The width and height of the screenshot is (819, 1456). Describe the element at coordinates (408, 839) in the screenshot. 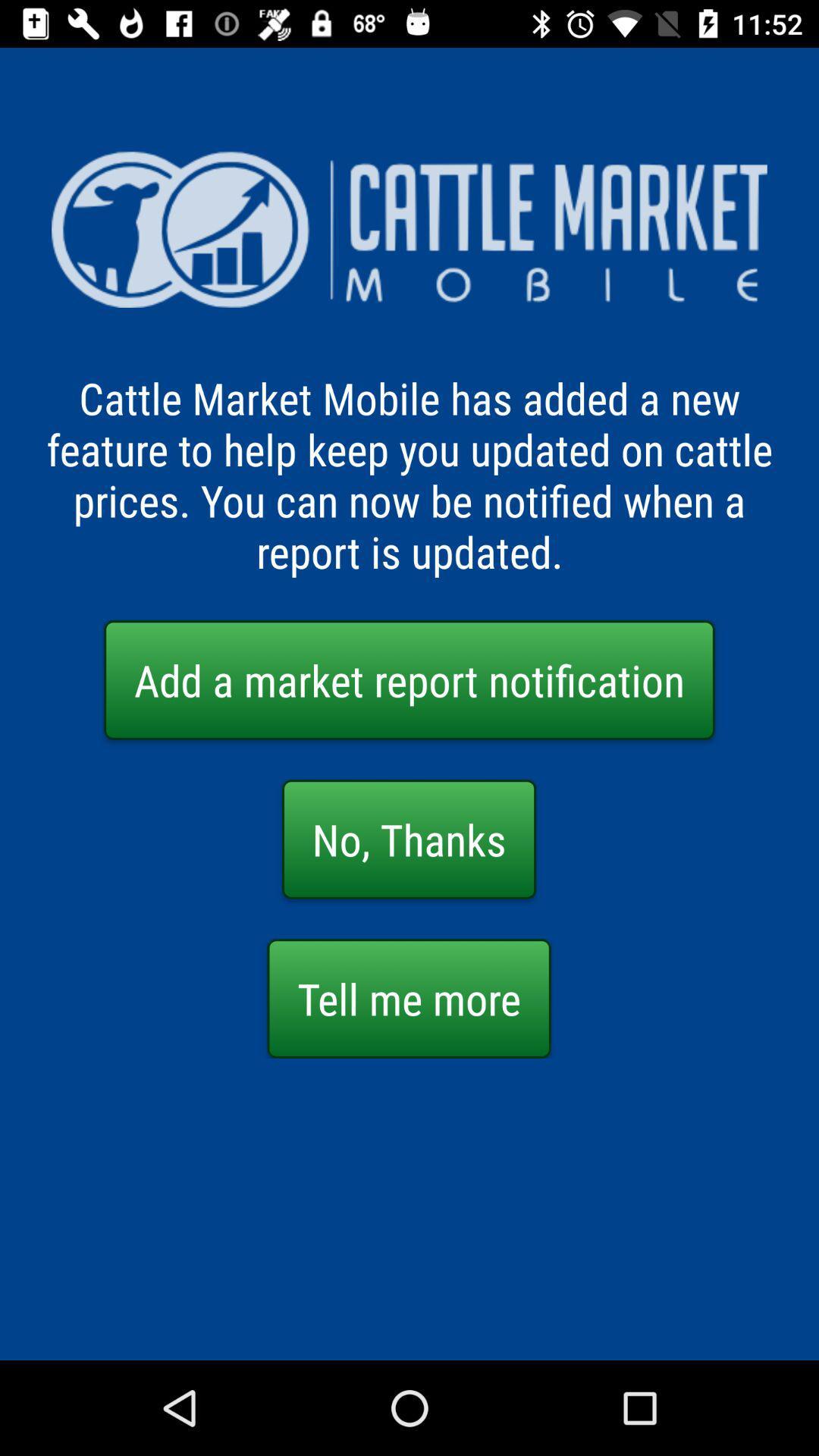

I see `the icon below add a market item` at that location.